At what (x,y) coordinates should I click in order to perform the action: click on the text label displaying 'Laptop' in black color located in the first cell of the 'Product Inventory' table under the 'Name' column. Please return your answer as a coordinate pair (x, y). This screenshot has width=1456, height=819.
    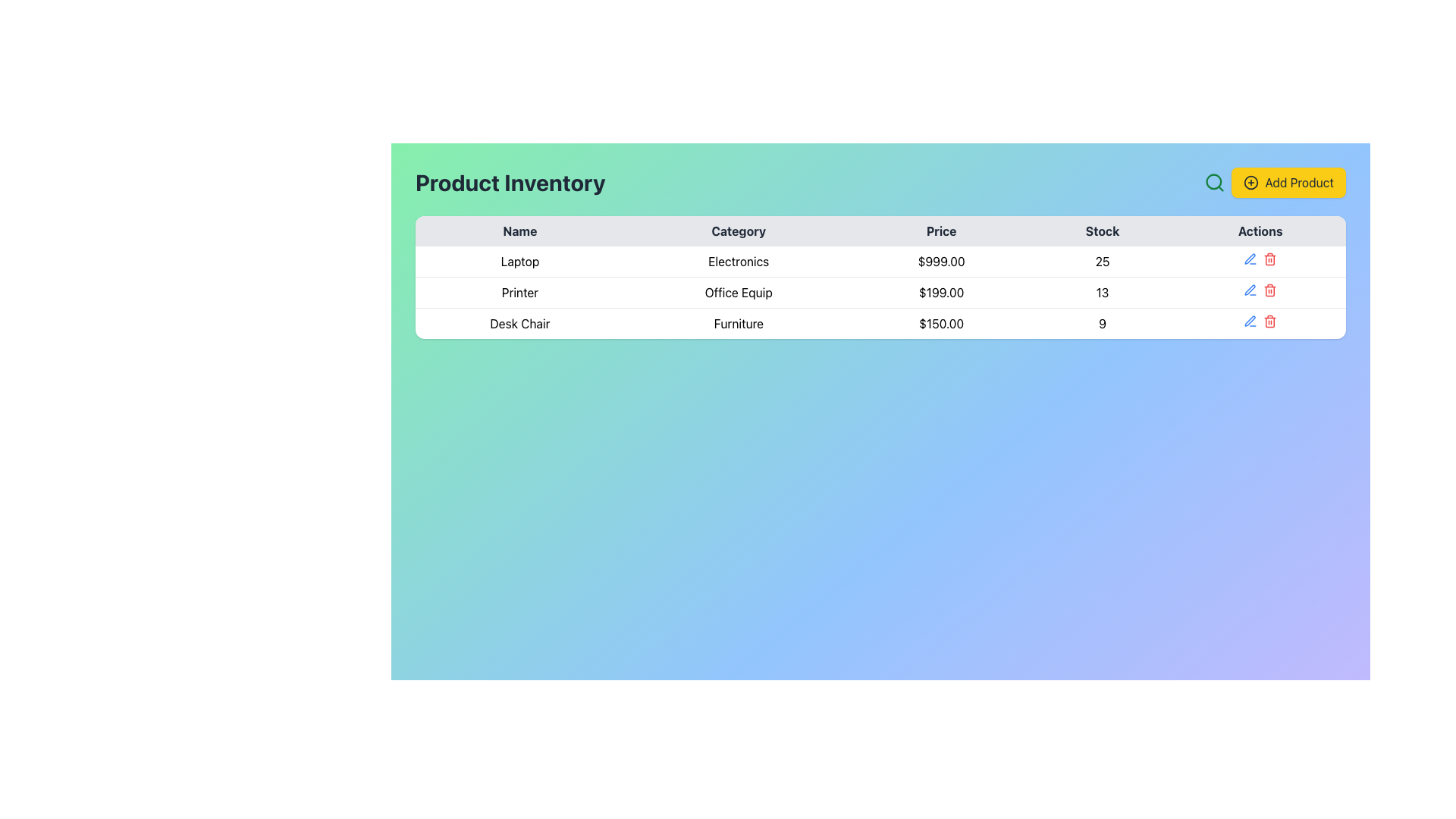
    Looking at the image, I should click on (519, 261).